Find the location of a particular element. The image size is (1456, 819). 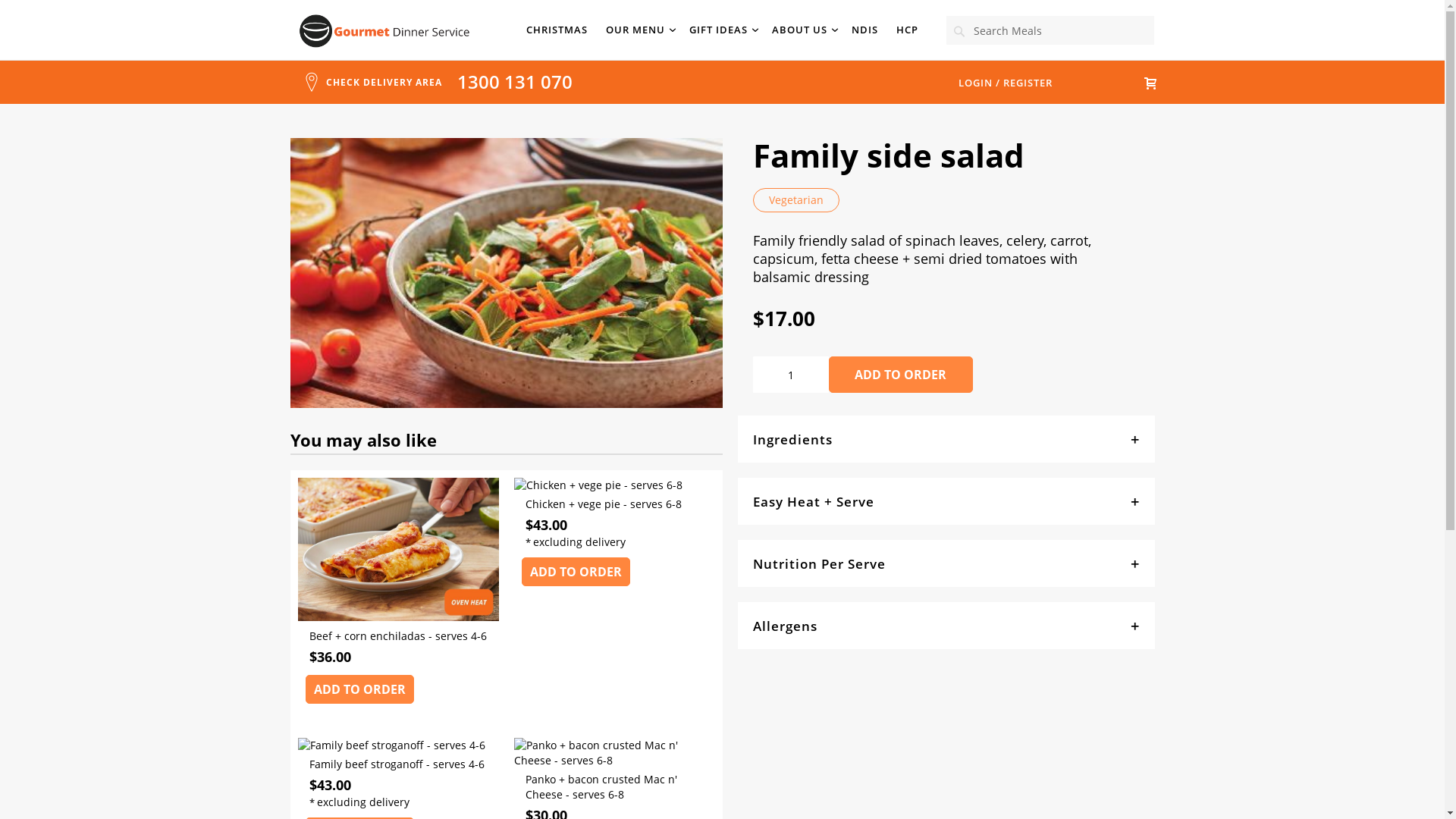

'NDIS' is located at coordinates (864, 30).